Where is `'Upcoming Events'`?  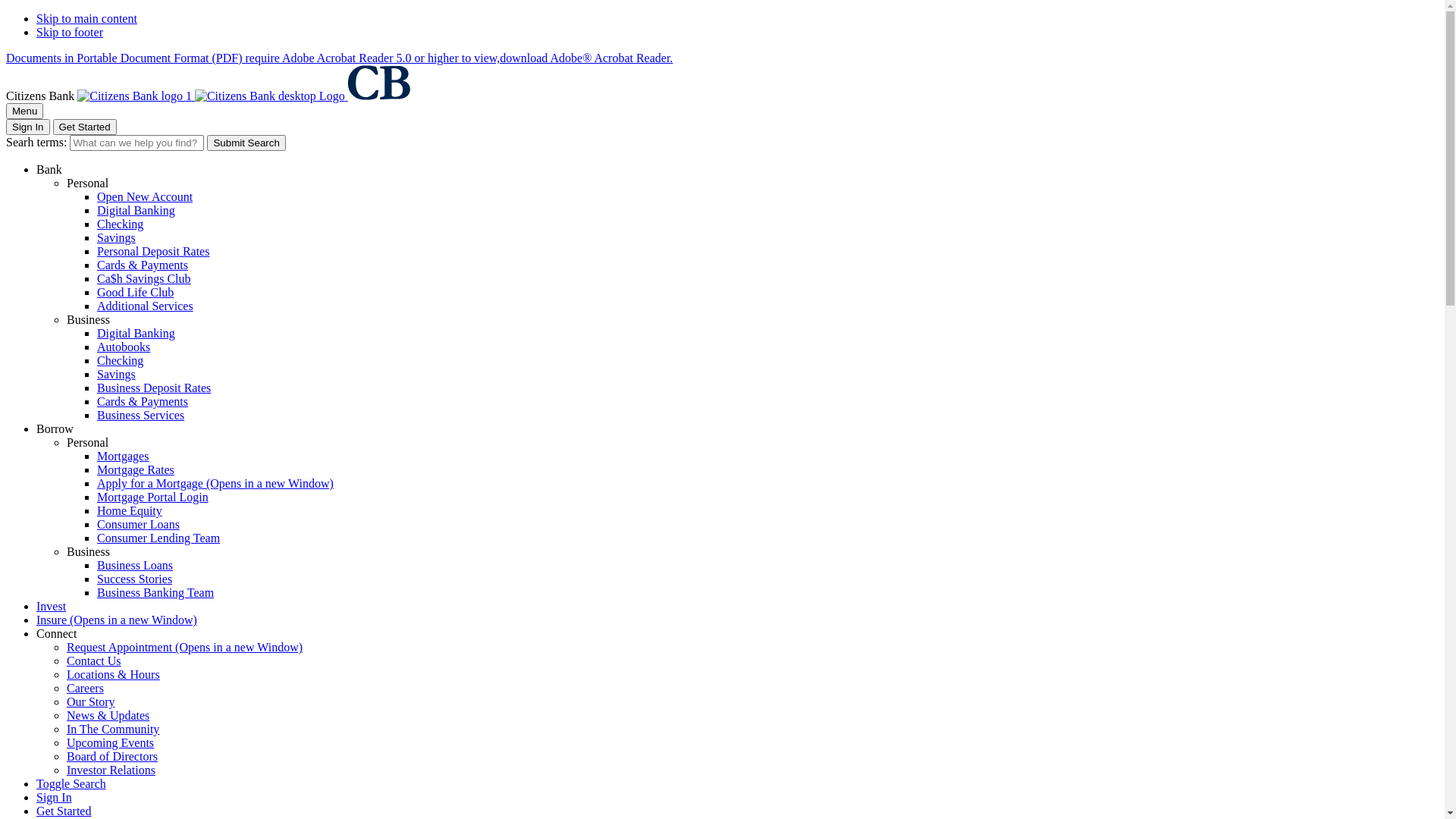 'Upcoming Events' is located at coordinates (109, 742).